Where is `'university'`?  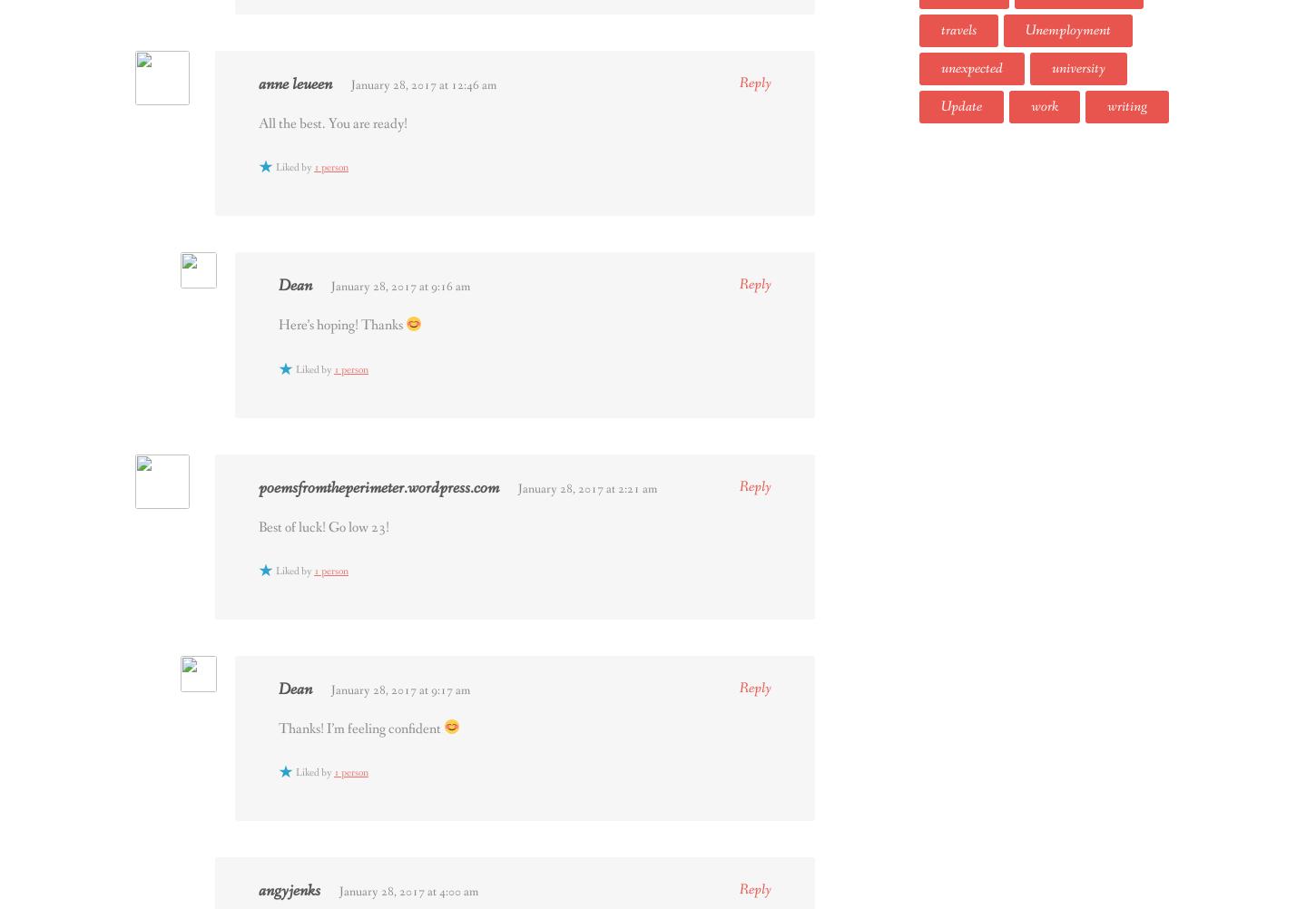 'university' is located at coordinates (1077, 67).